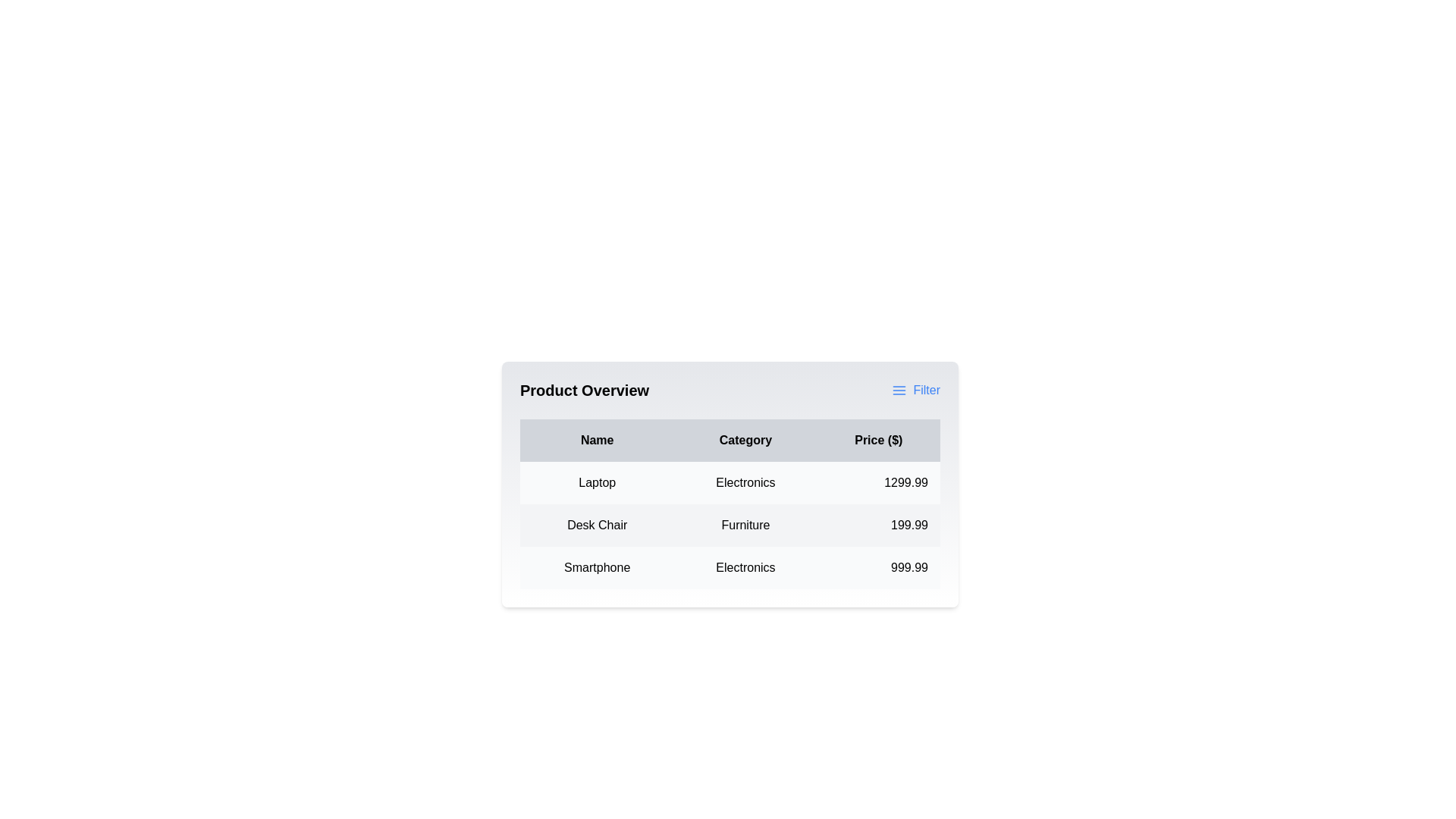 This screenshot has height=819, width=1456. What do you see at coordinates (899, 390) in the screenshot?
I see `the filtering options icon located to the left of the 'Filter' button in the top-right corner of the data table interface` at bounding box center [899, 390].